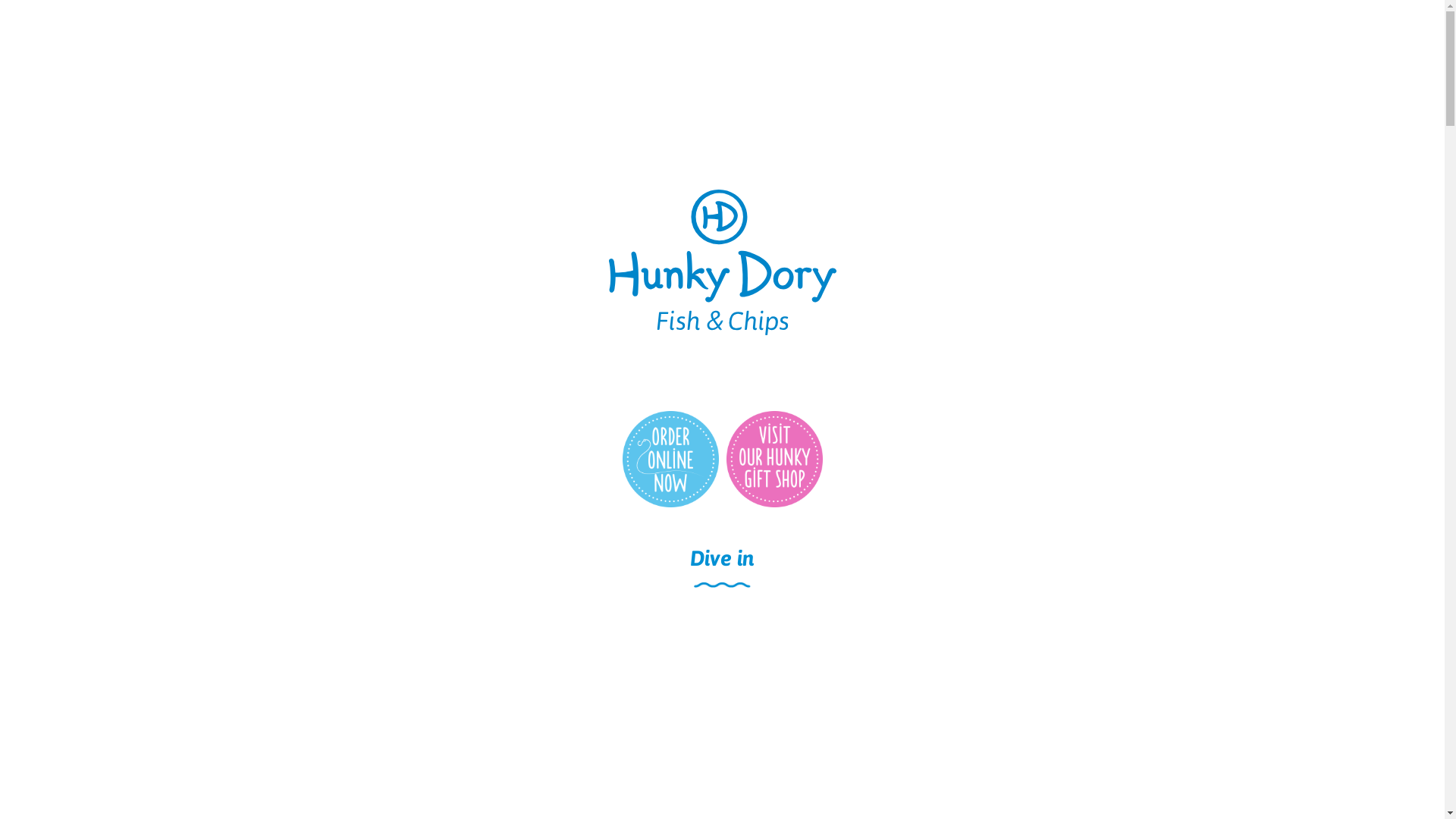 The width and height of the screenshot is (1456, 819). What do you see at coordinates (721, 558) in the screenshot?
I see `'Dive in'` at bounding box center [721, 558].